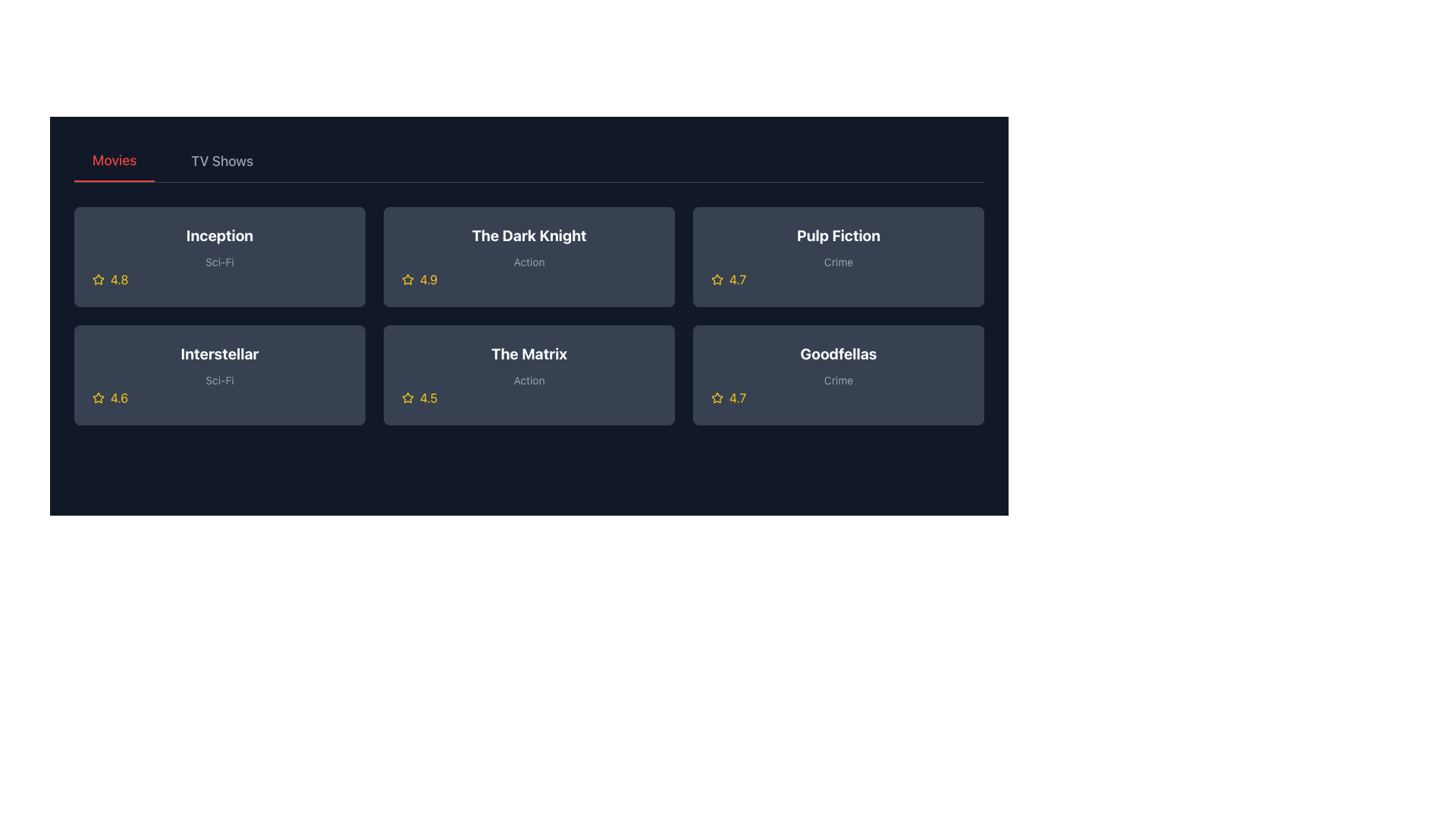 The image size is (1456, 819). What do you see at coordinates (218, 353) in the screenshot?
I see `the bold text label that reads 'Interstellar', which is prominently displayed in a large font size and white color on a dark gray background, positioned within a card layout above the subtitle 'Sci-Fi'` at bounding box center [218, 353].